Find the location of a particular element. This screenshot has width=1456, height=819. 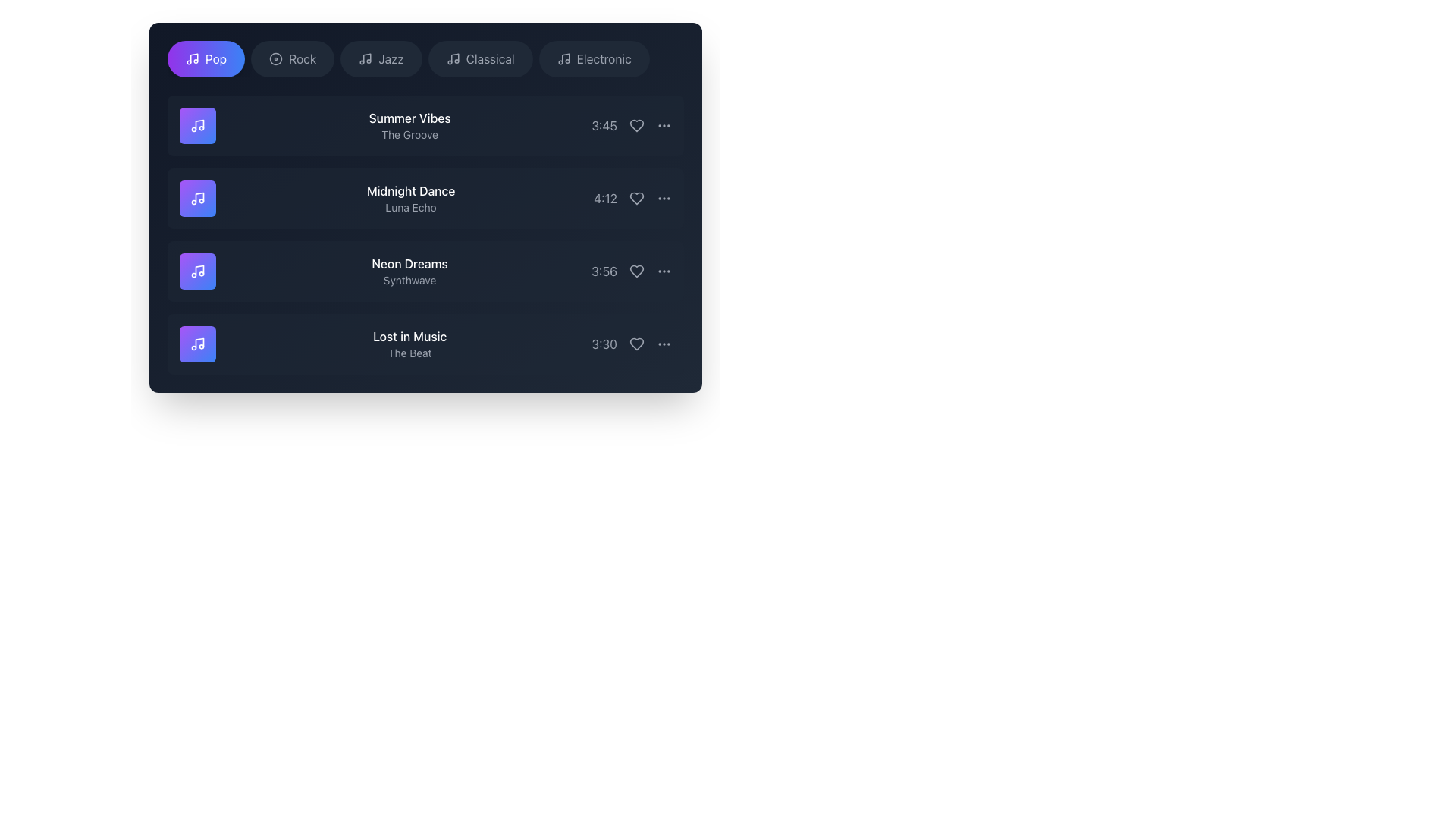

the 'Rock' music genre button, which is the second button in a horizontal list of genre buttons located between the 'Pop' and 'Jazz' buttons is located at coordinates (293, 58).